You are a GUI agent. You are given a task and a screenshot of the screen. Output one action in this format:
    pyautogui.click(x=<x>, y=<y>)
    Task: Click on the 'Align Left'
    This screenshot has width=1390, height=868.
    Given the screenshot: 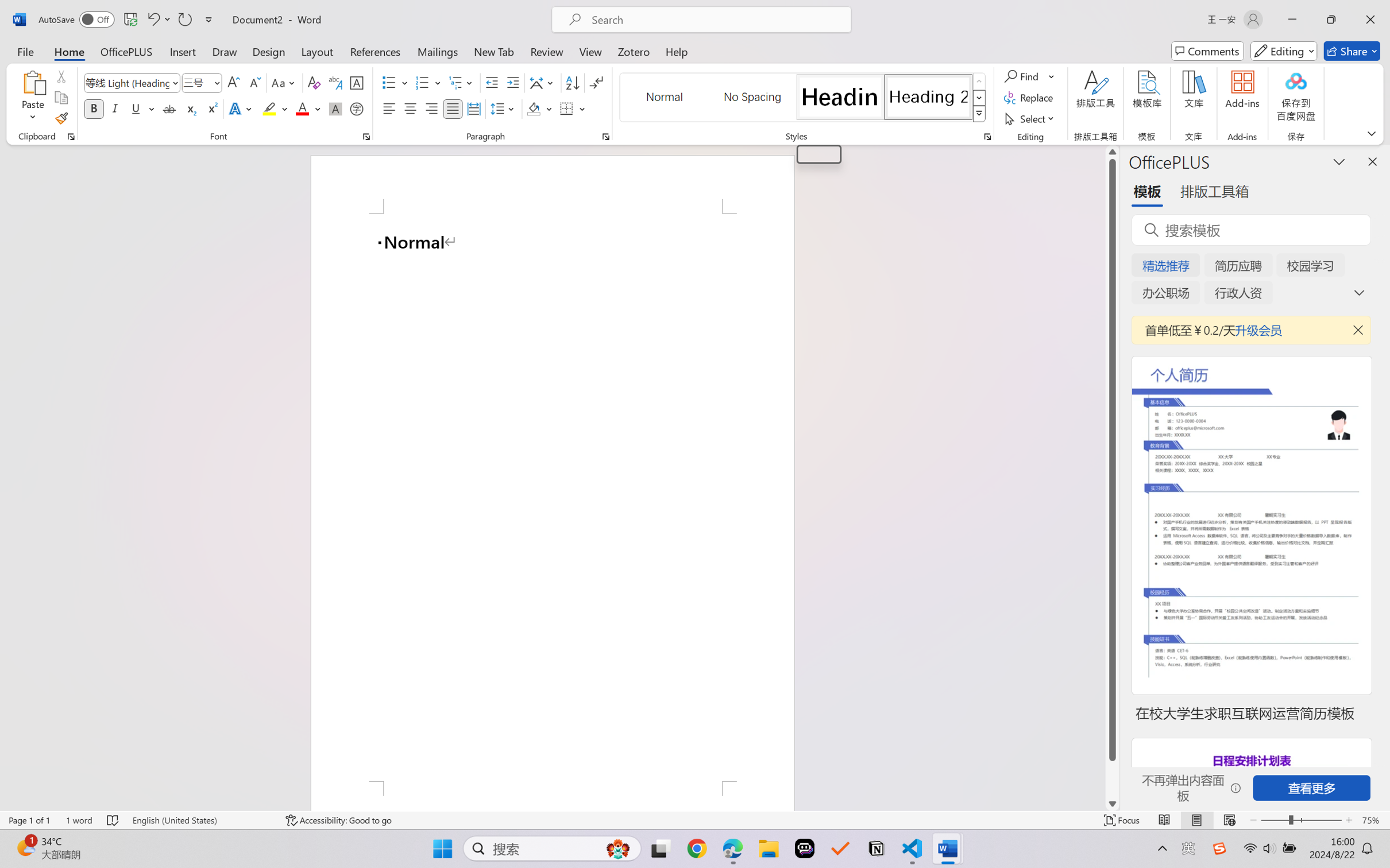 What is the action you would take?
    pyautogui.click(x=389, y=108)
    